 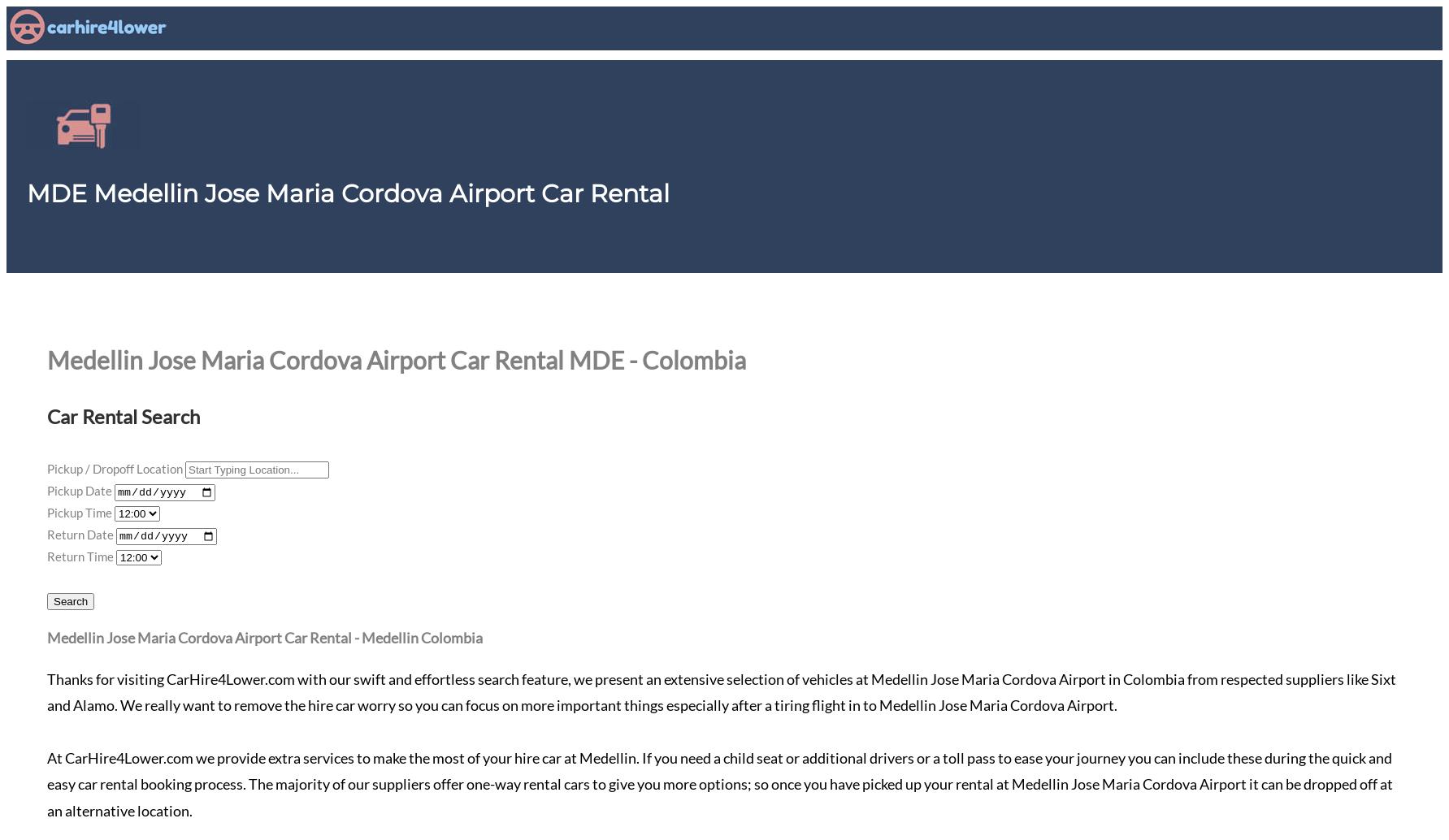 I want to click on 'Return Time', so click(x=80, y=555).